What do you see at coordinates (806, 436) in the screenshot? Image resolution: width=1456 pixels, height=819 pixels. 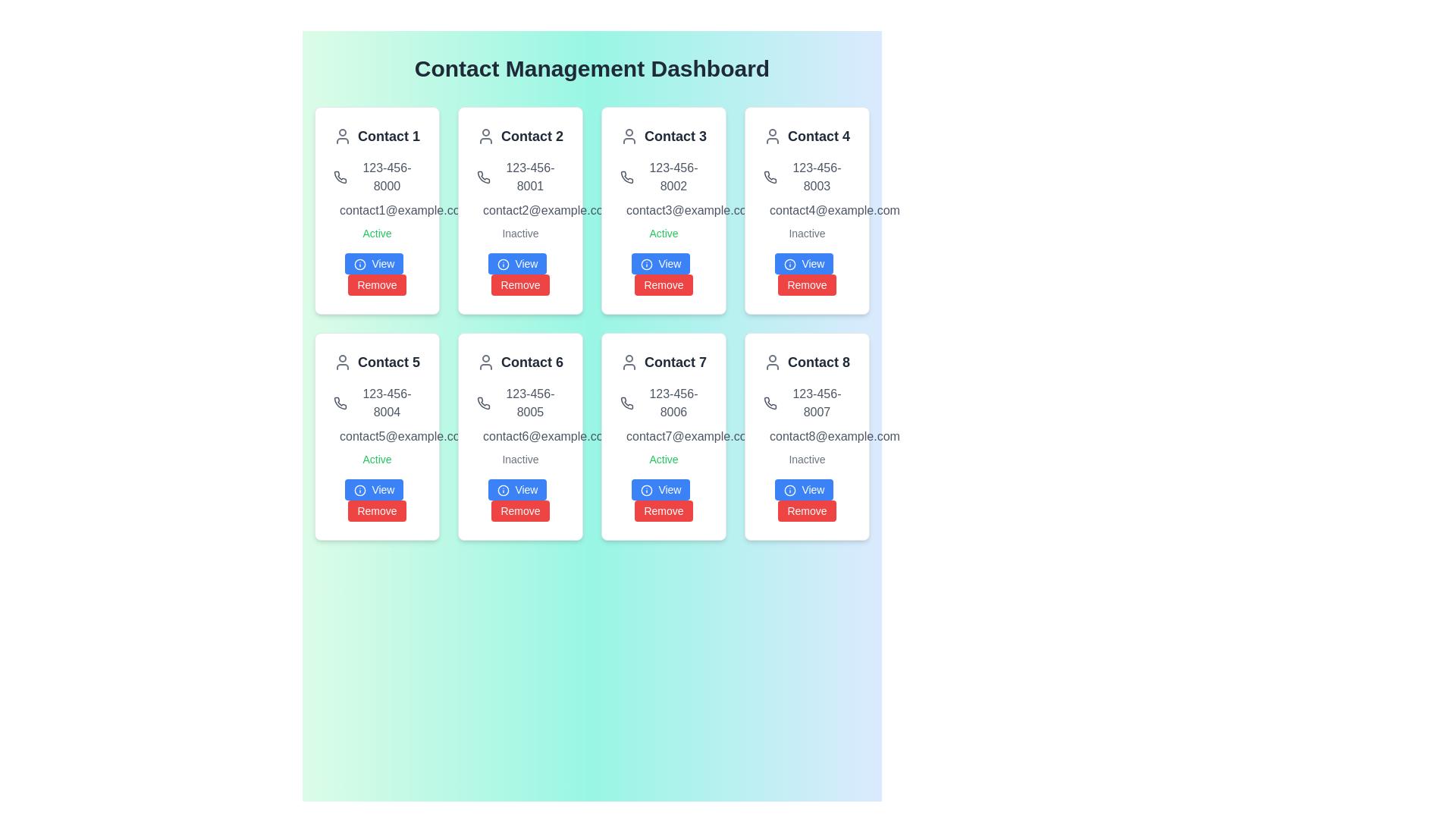 I see `the email address 'contact8@example.com' located within the contact card labeled 'Contact 8'` at bounding box center [806, 436].